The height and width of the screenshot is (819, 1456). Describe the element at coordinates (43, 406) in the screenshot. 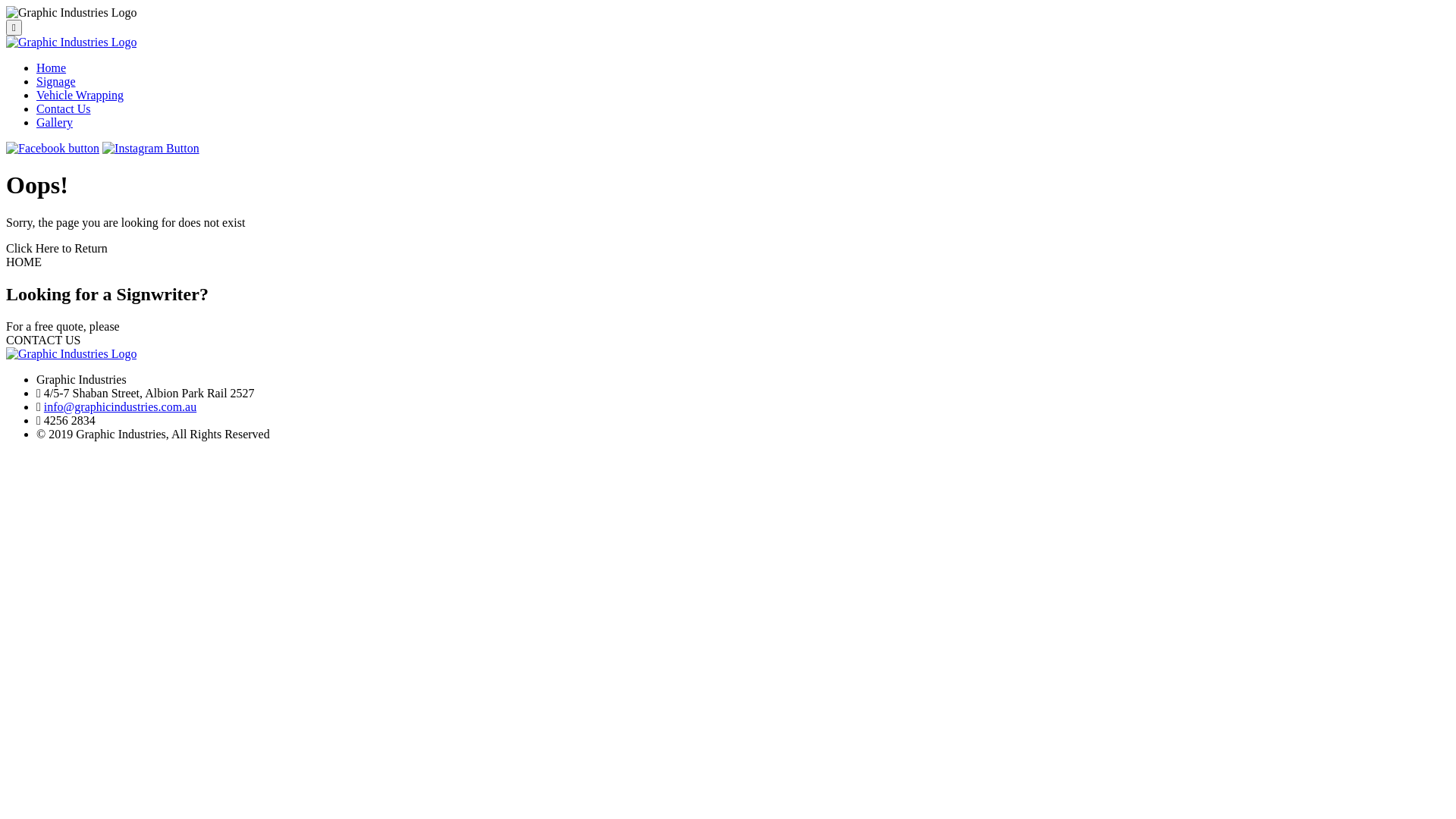

I see `'info@graphicindustries.com.au'` at that location.